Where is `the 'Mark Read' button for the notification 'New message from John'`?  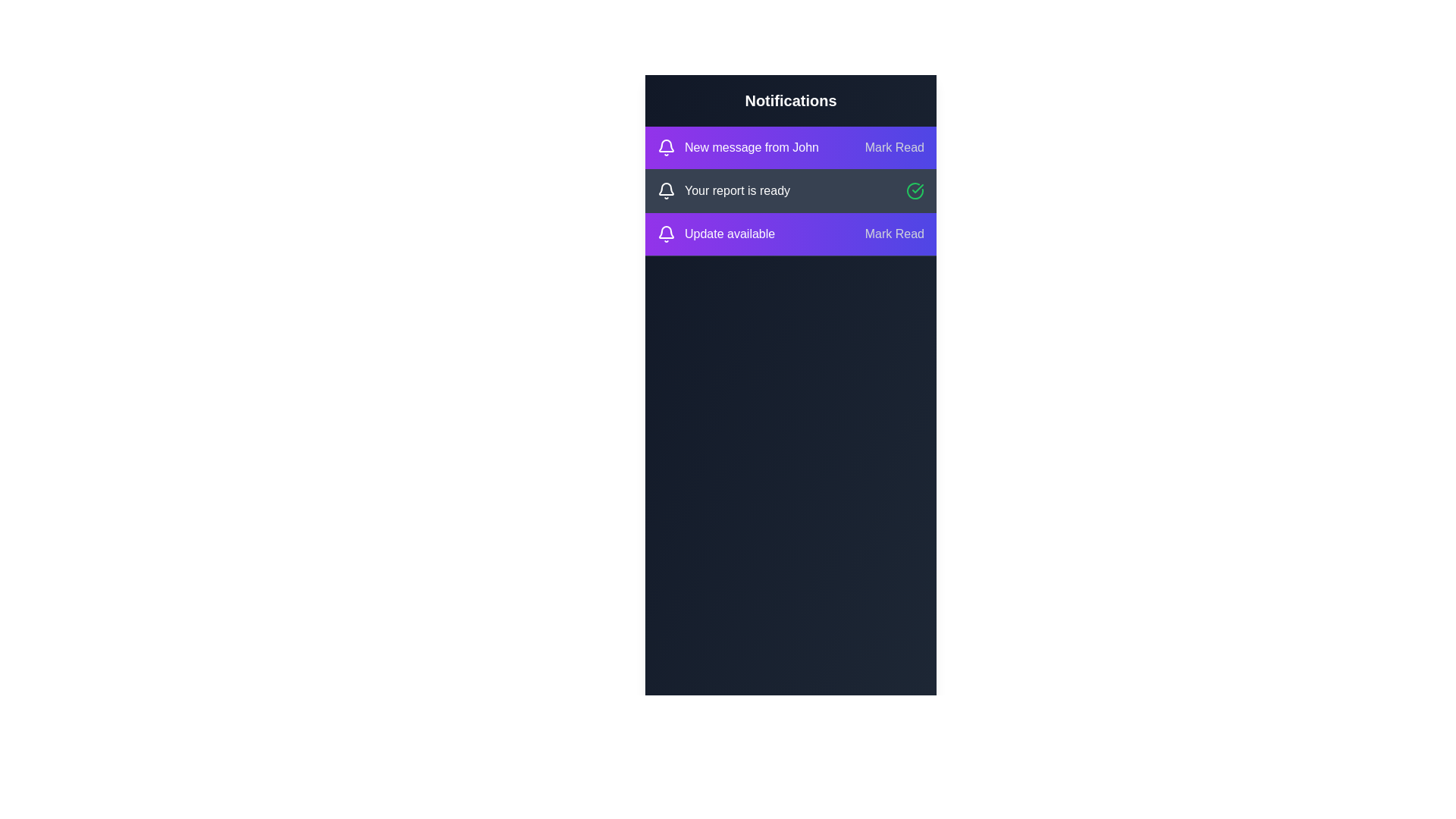 the 'Mark Read' button for the notification 'New message from John' is located at coordinates (894, 148).